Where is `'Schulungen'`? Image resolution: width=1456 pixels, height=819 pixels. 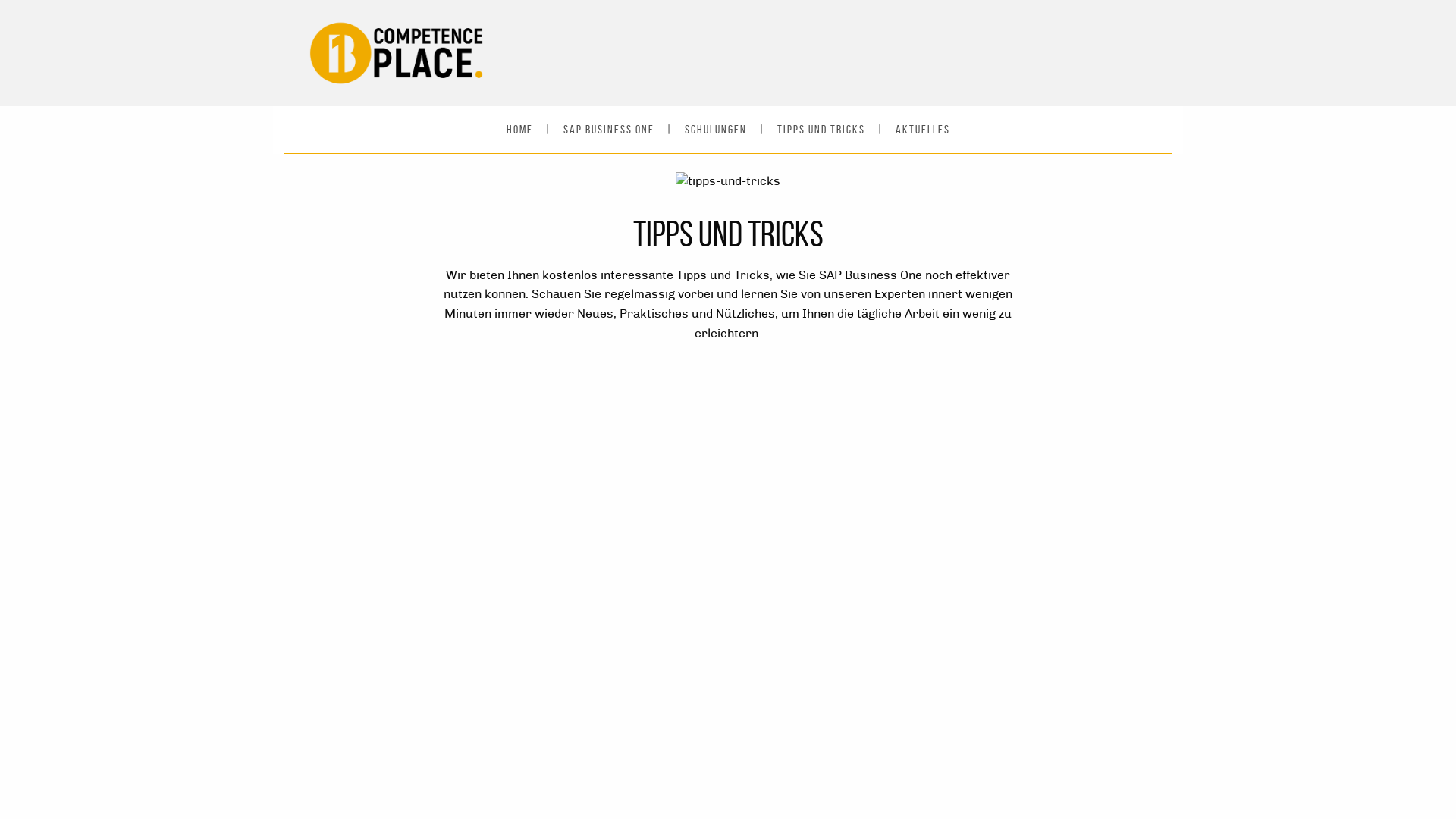
'Schulungen' is located at coordinates (714, 128).